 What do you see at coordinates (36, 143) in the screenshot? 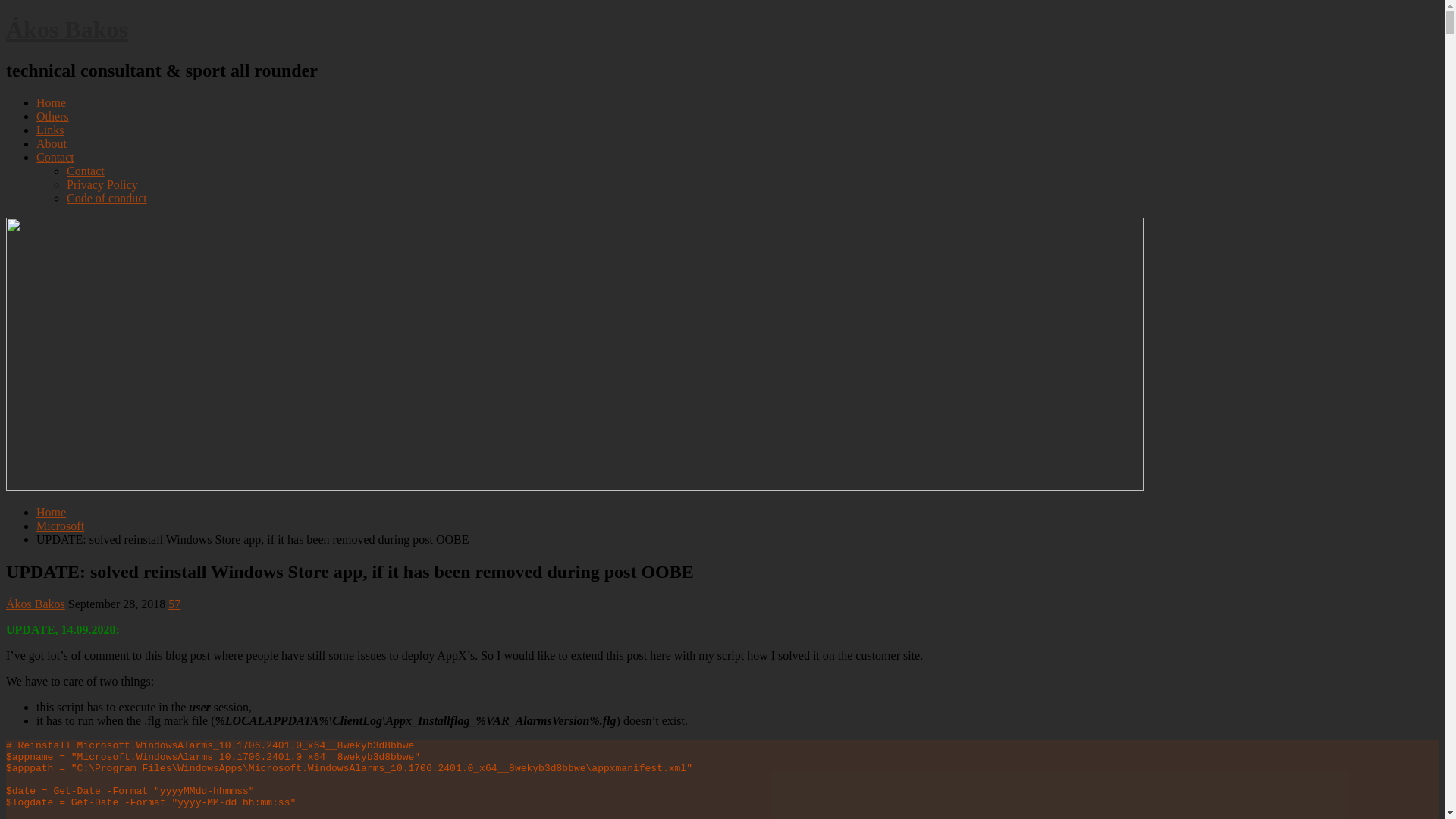
I see `'About'` at bounding box center [36, 143].